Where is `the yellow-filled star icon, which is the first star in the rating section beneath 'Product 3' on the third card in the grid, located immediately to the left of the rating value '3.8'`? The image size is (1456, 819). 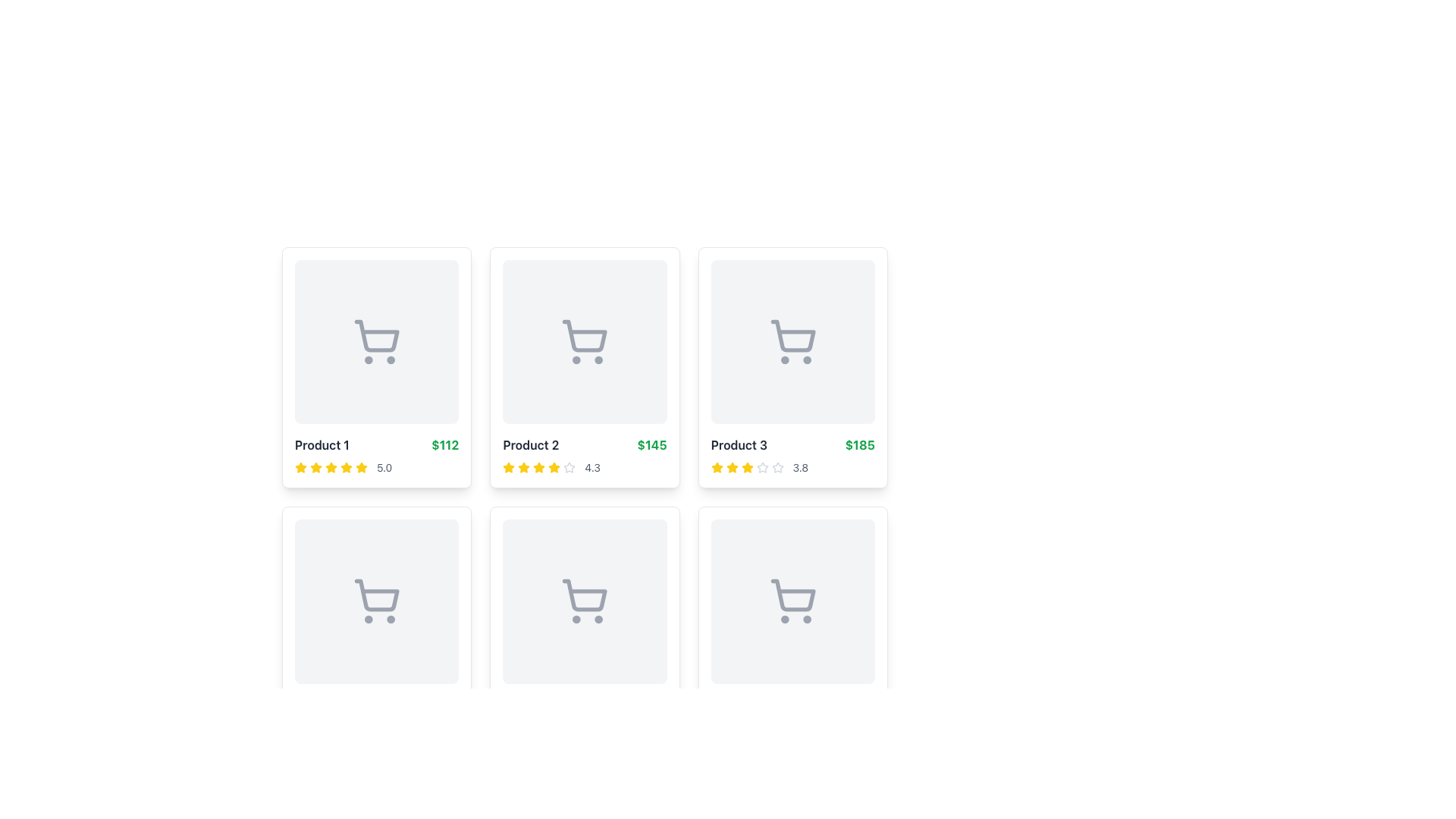 the yellow-filled star icon, which is the first star in the rating section beneath 'Product 3' on the third card in the grid, located immediately to the left of the rating value '3.8' is located at coordinates (716, 467).